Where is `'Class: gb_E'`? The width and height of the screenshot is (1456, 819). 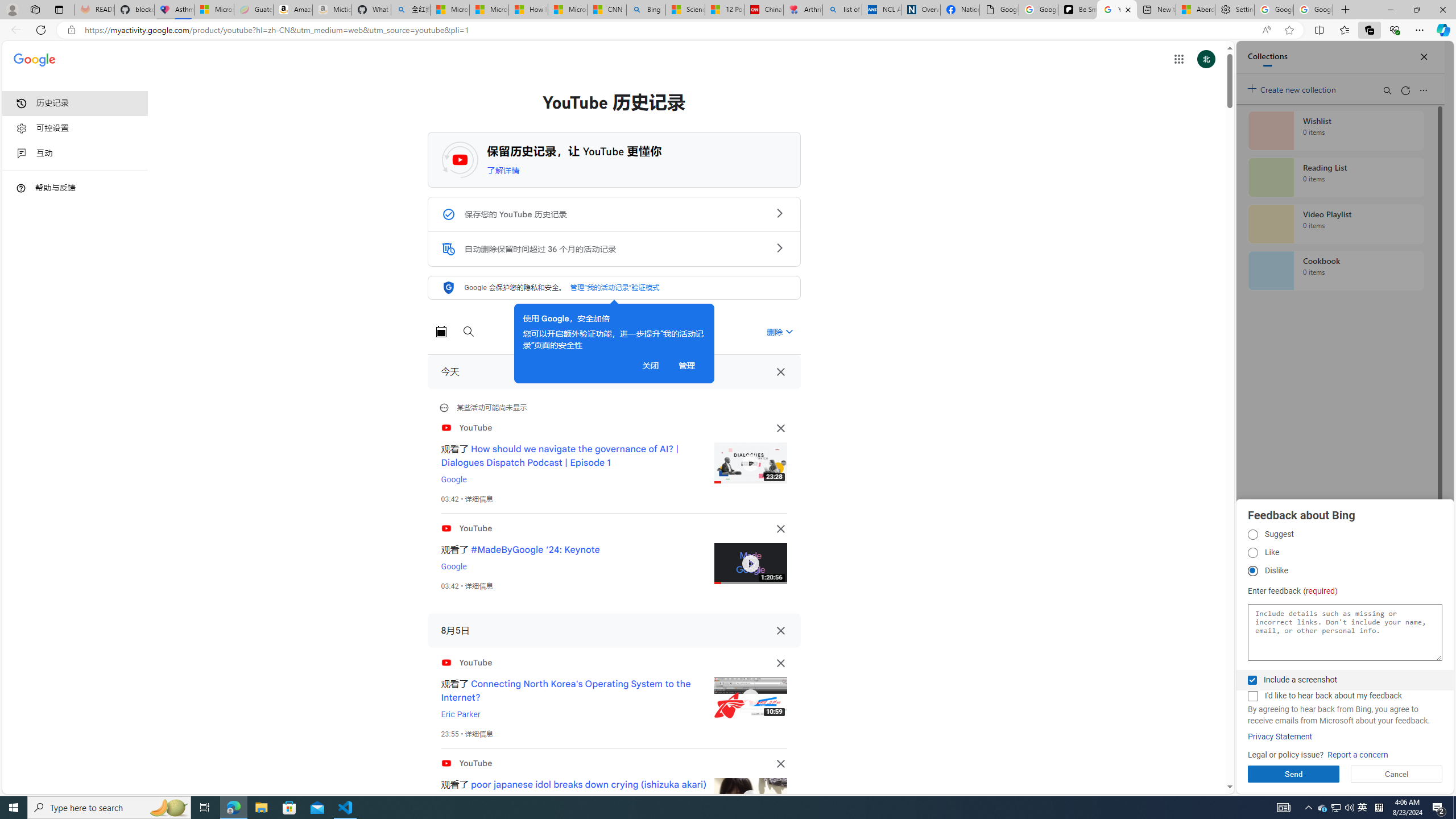
'Class: gb_E' is located at coordinates (1178, 59).